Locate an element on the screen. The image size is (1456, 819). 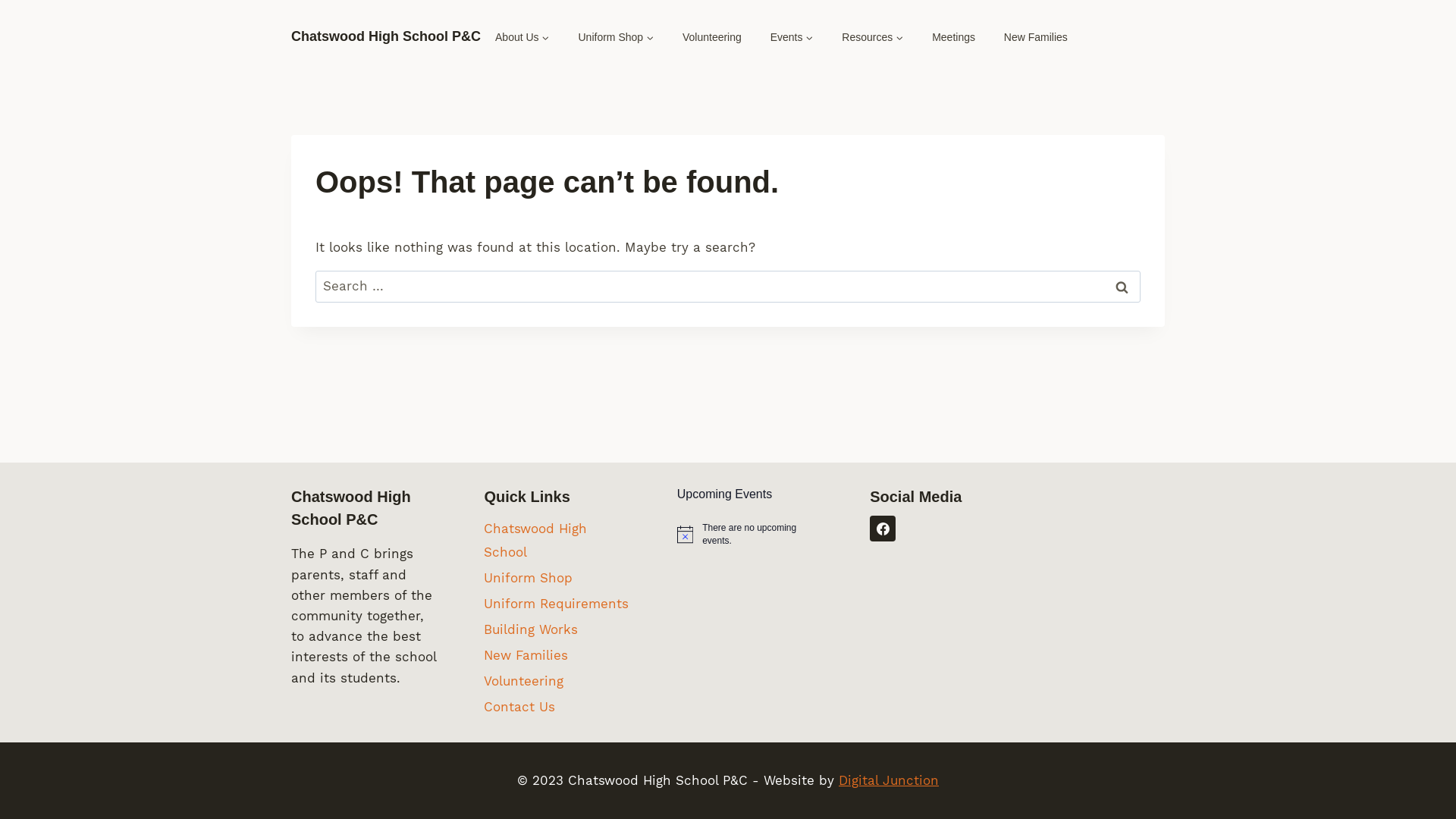
'Uniform Shop' is located at coordinates (556, 578).